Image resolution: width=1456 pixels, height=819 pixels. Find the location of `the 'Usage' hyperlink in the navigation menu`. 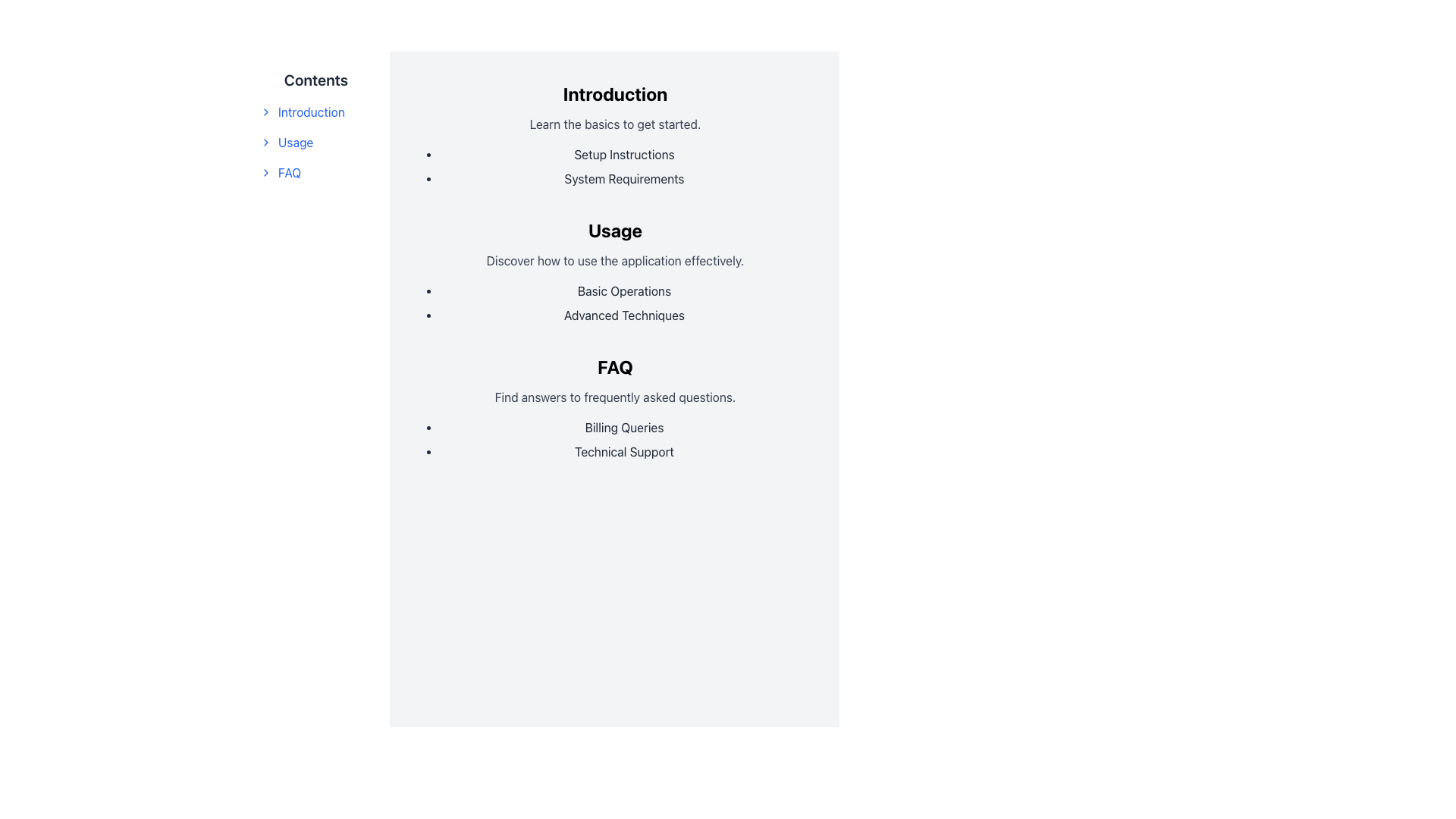

the 'Usage' hyperlink in the navigation menu is located at coordinates (315, 143).